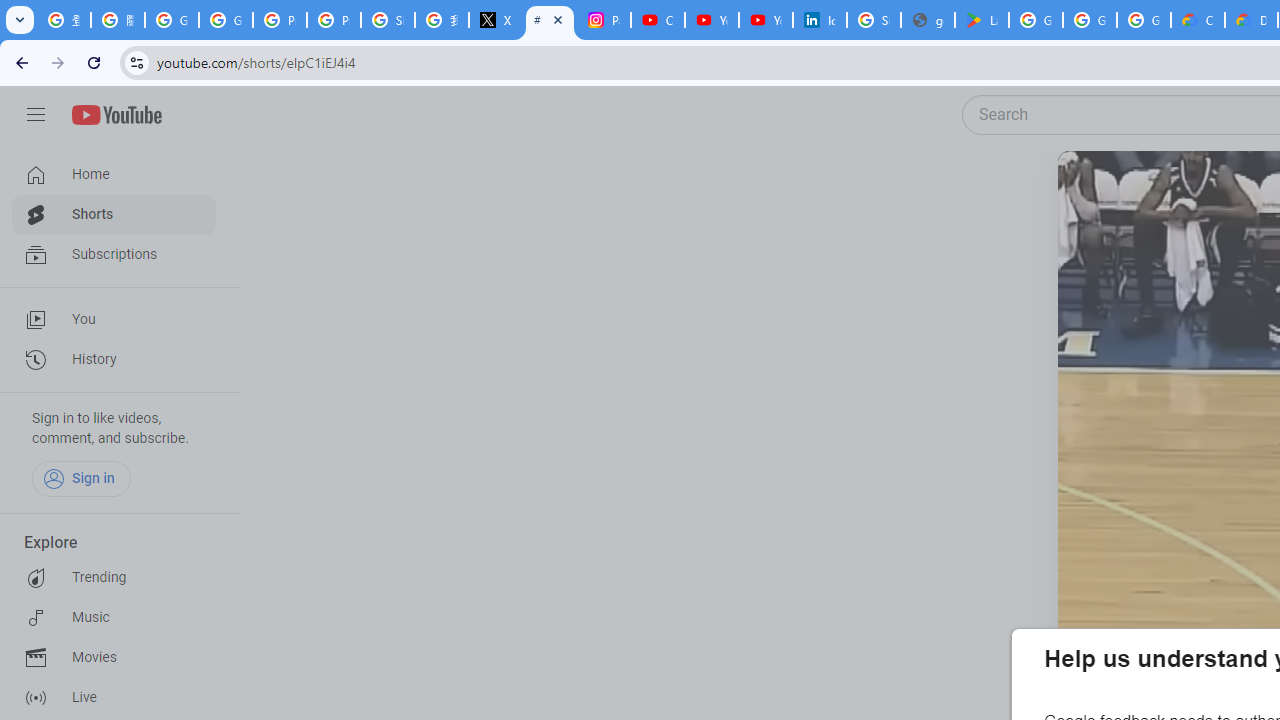  I want to click on 'Subscriptions', so click(112, 253).